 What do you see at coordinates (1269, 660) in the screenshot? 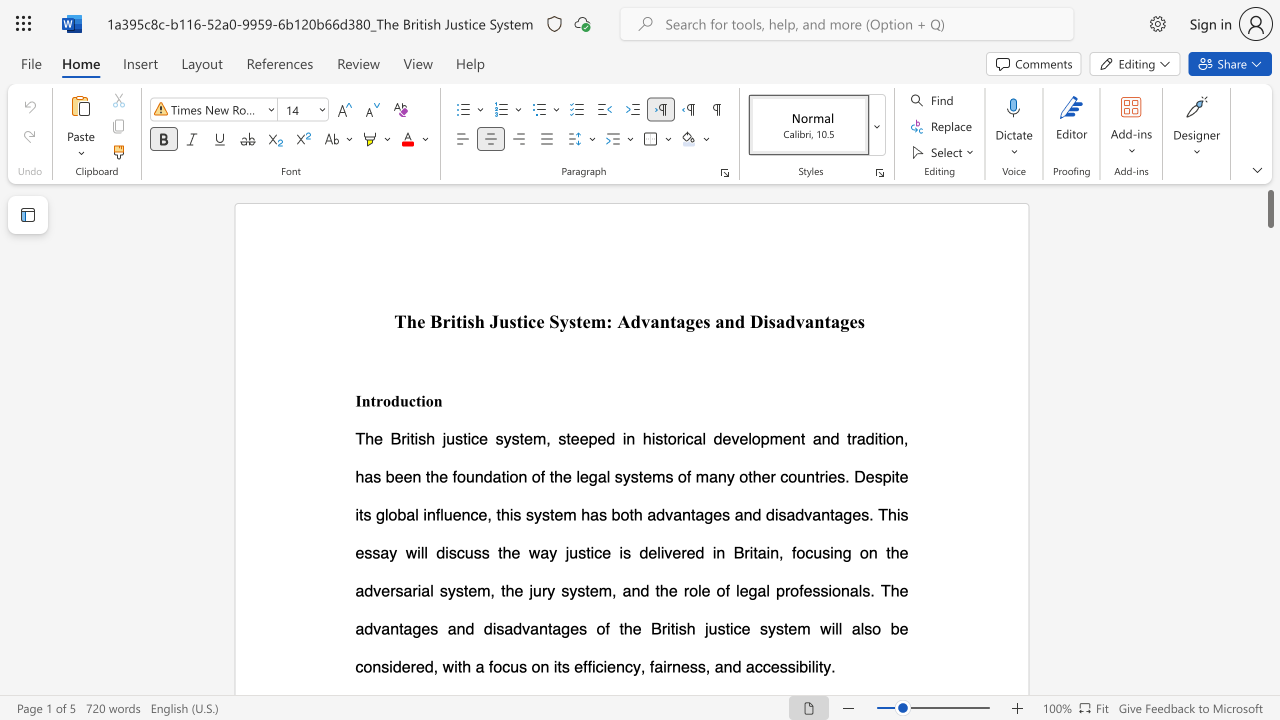
I see `the right-hand scrollbar to descend the page` at bounding box center [1269, 660].